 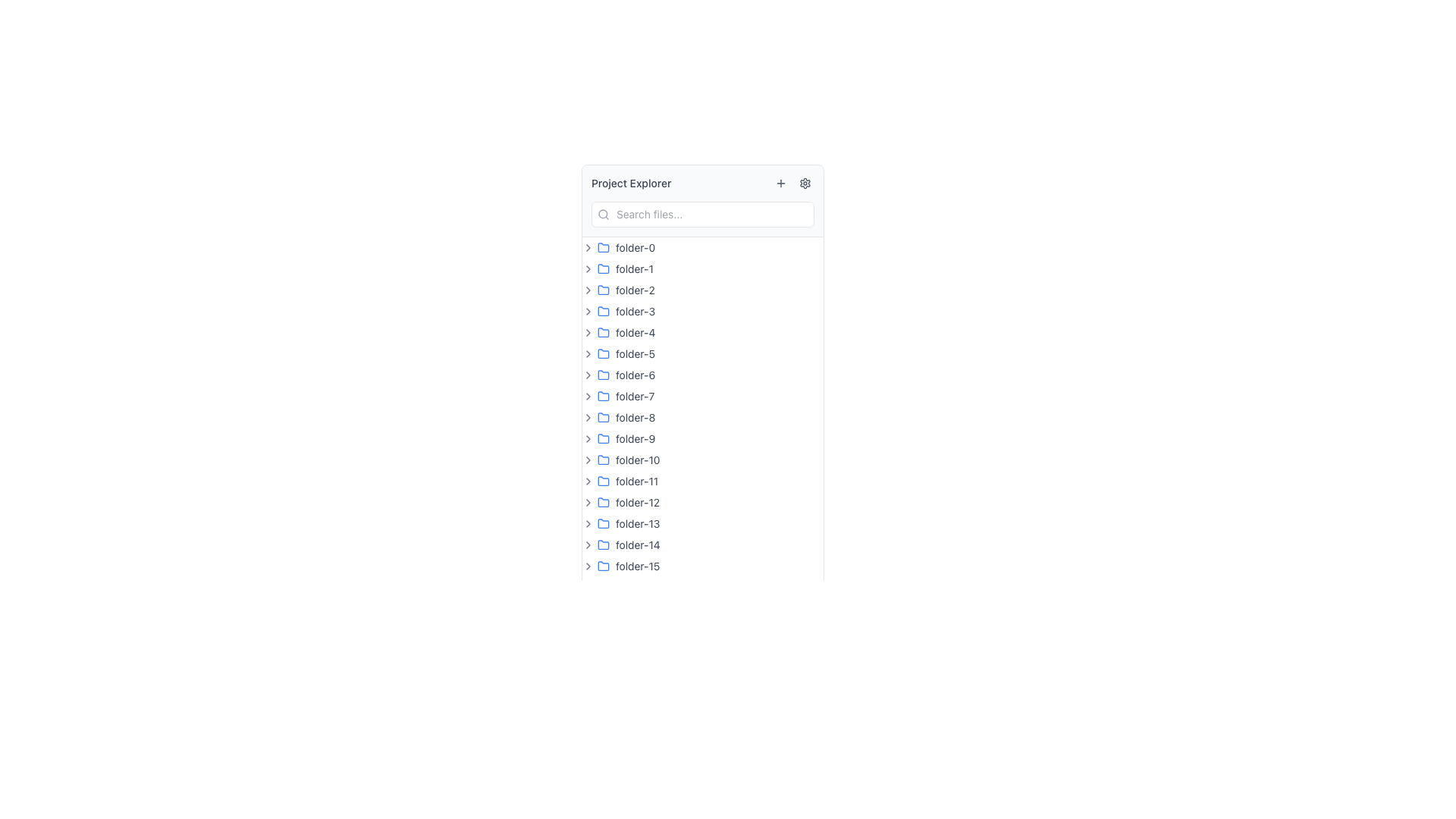 I want to click on the small right-facing chevron arrow icon, which is located immediately to the left of the 'folder-6' icon in the project explorer, so click(x=588, y=375).